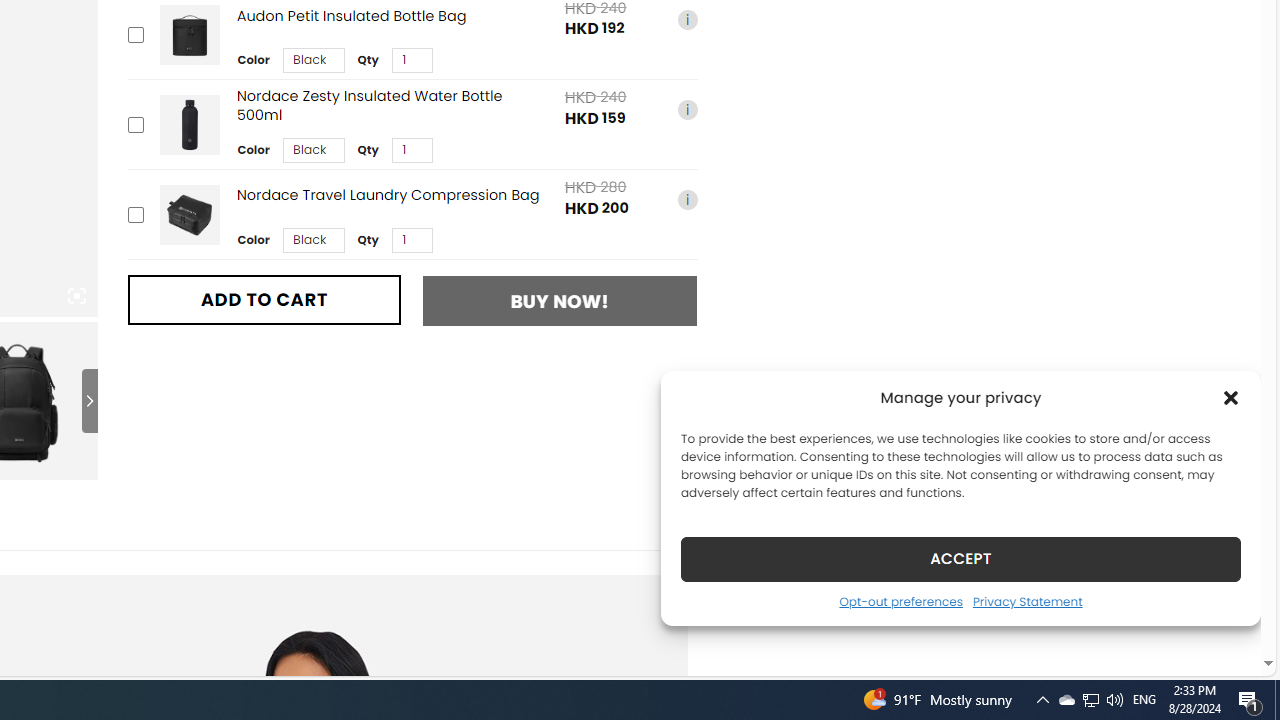 This screenshot has width=1280, height=720. What do you see at coordinates (560, 301) in the screenshot?
I see `'BUY NOW!'` at bounding box center [560, 301].